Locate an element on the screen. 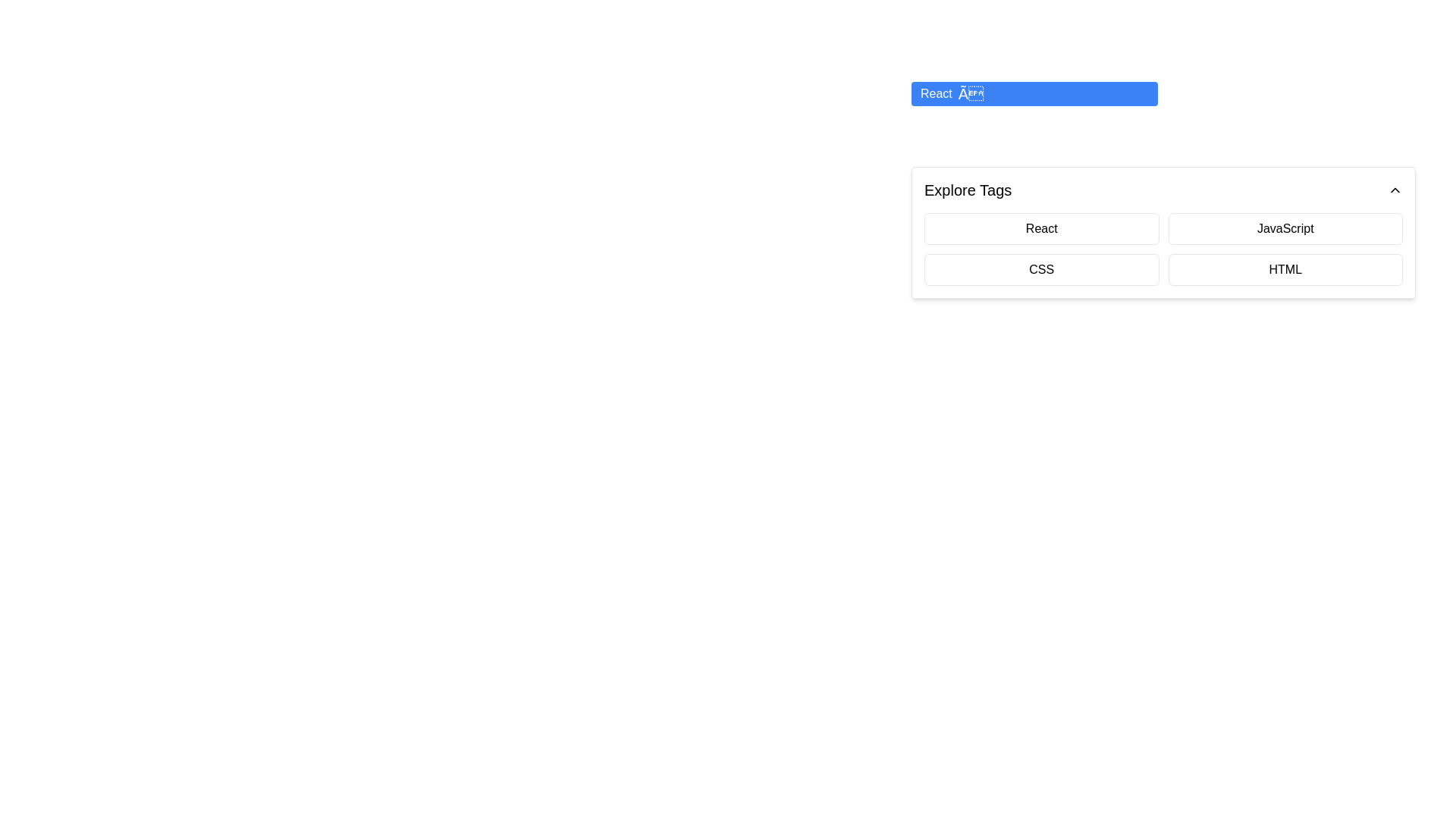 The height and width of the screenshot is (819, 1456). the 'Explore Tags' static text label located in the top left section of the panel is located at coordinates (967, 189).